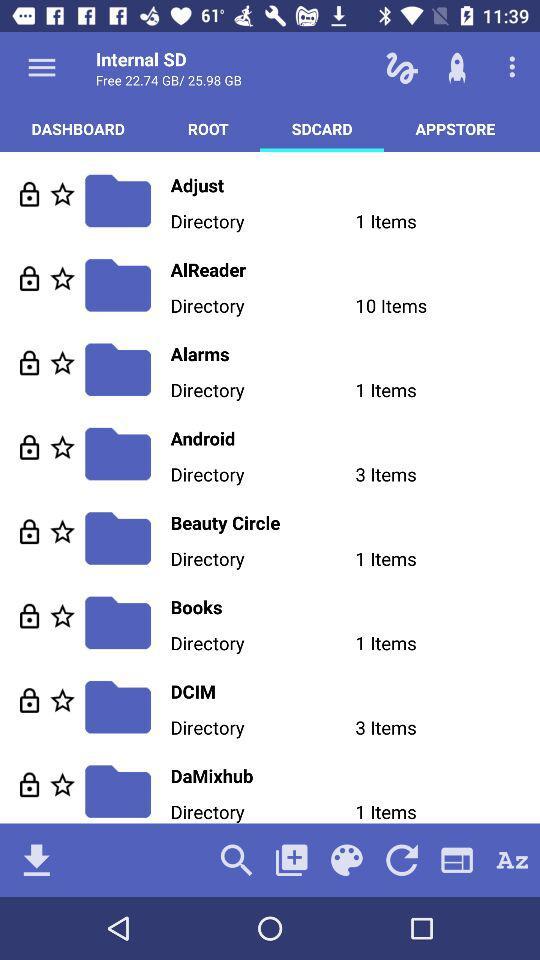  What do you see at coordinates (42, 67) in the screenshot?
I see `show options` at bounding box center [42, 67].